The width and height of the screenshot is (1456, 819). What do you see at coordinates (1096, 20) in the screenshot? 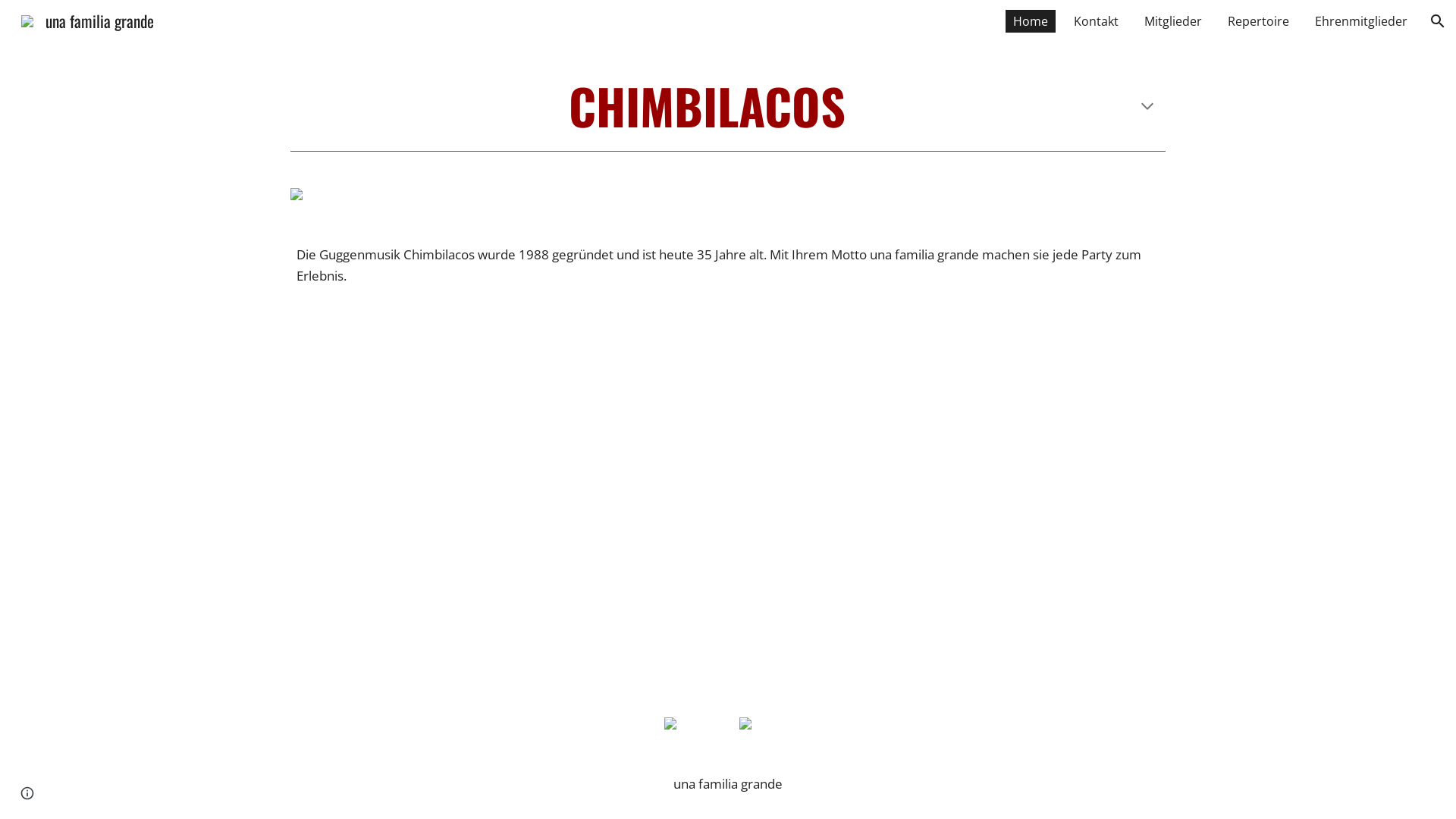
I see `'Kontakt'` at bounding box center [1096, 20].